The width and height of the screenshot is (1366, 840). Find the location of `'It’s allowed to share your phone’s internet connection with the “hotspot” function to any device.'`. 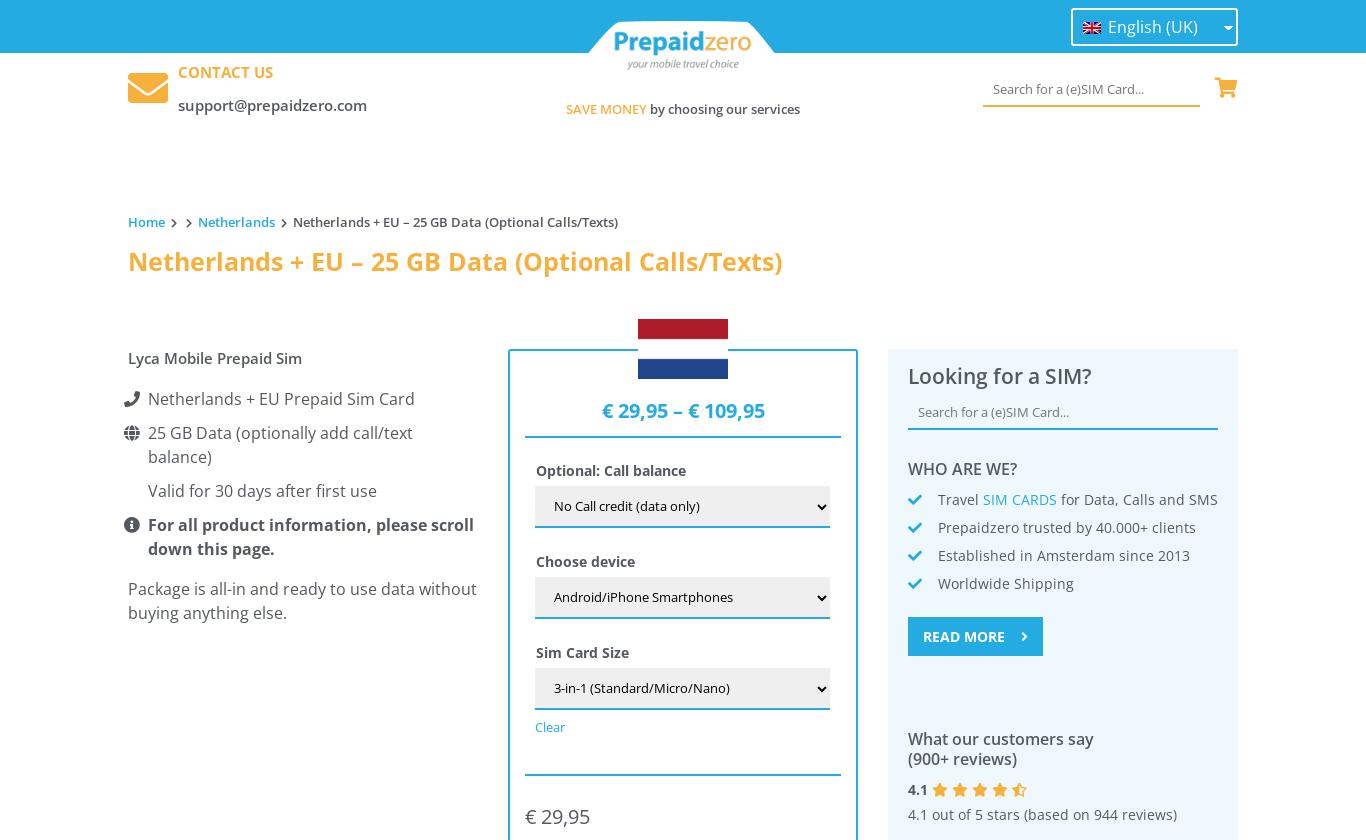

'It’s allowed to share your phone’s internet connection with the “hotspot” function to any device.' is located at coordinates (454, 516).